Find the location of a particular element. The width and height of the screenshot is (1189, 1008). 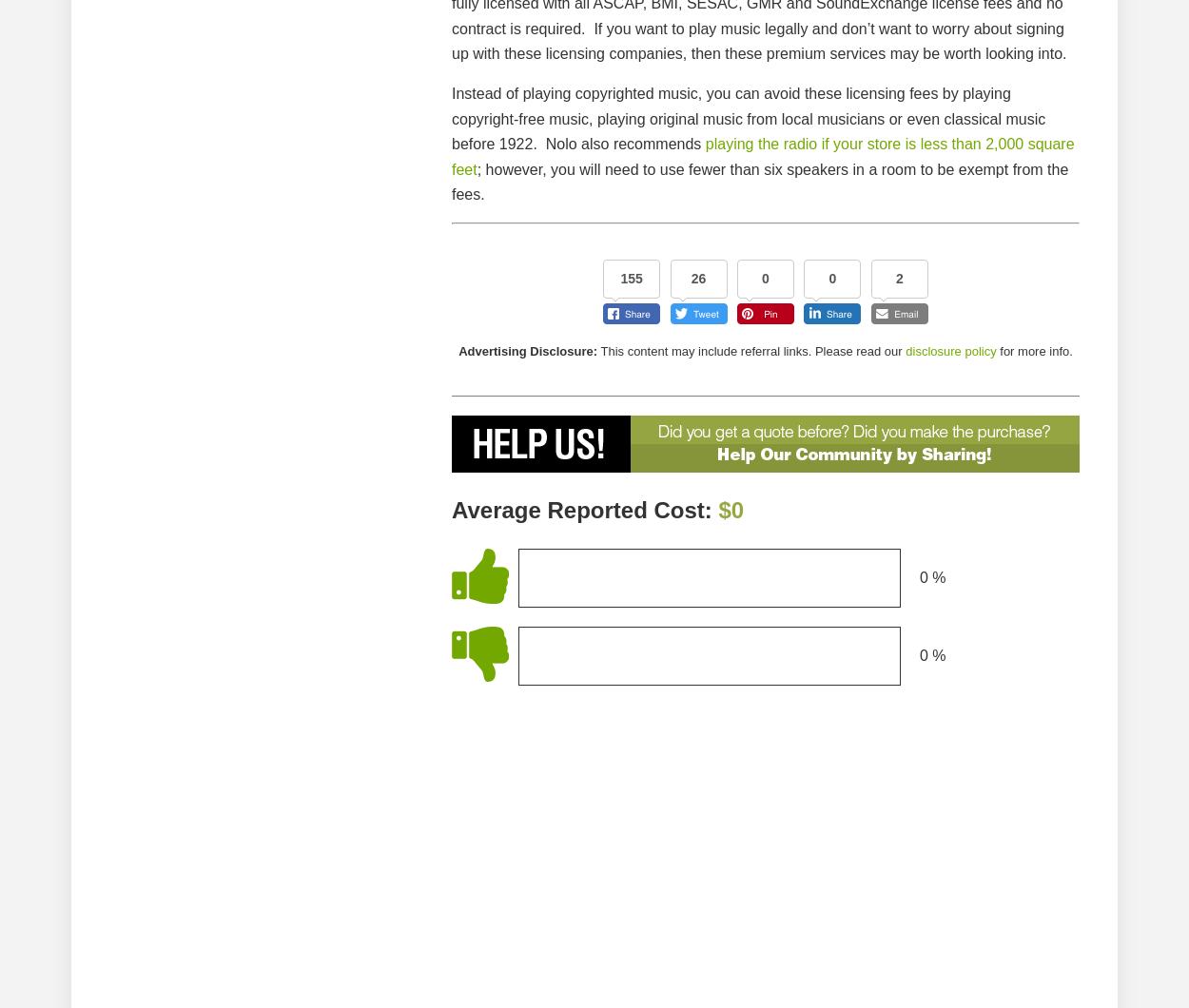

'Instead of playing copyrighted music, you can avoid these licensing fees by playing copyright-free music, playing original music from local musicians or even classical music before 1922.  Nolo also recommends' is located at coordinates (451, 118).